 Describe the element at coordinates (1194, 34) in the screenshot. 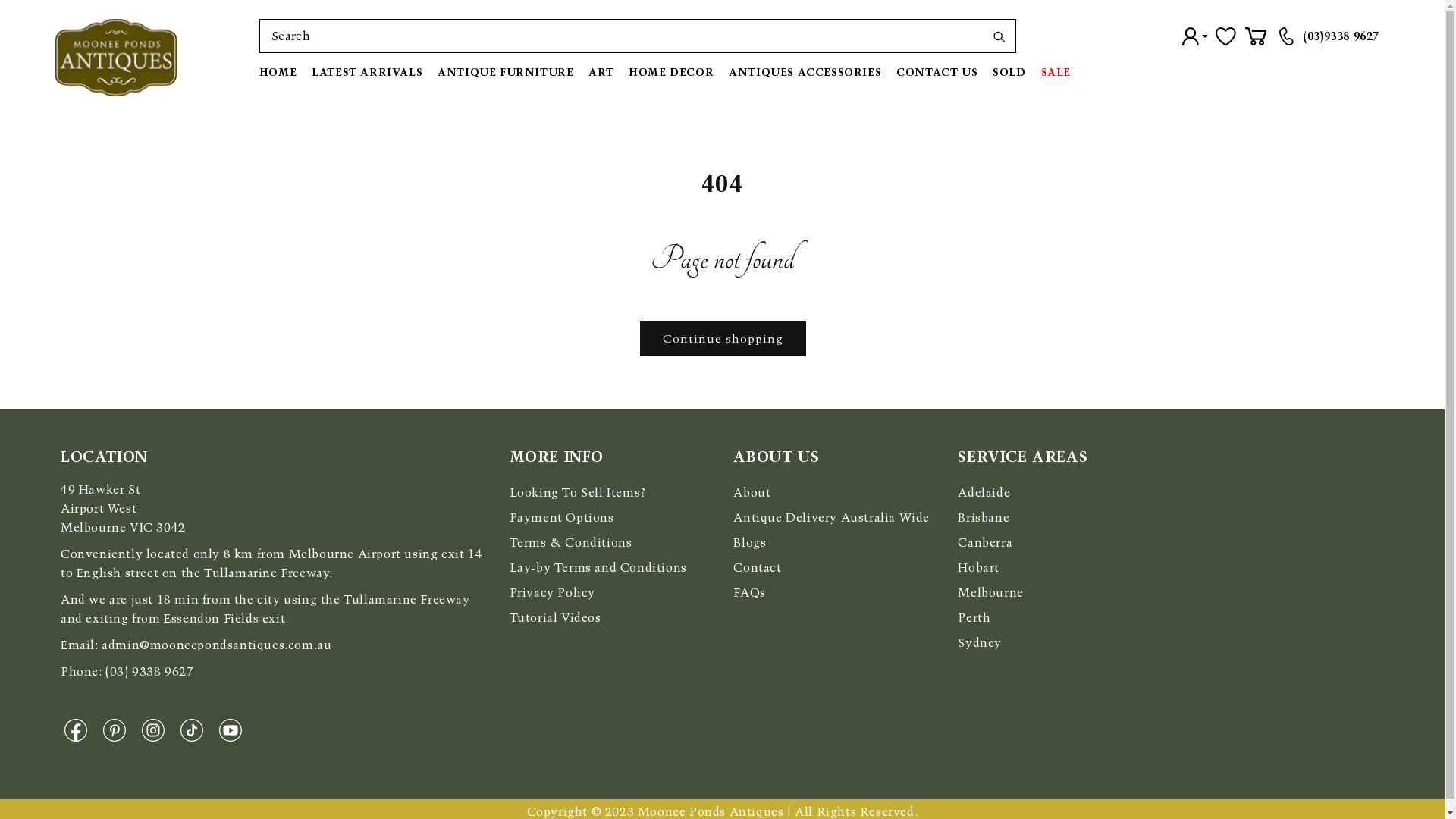

I see `'Log in'` at that location.